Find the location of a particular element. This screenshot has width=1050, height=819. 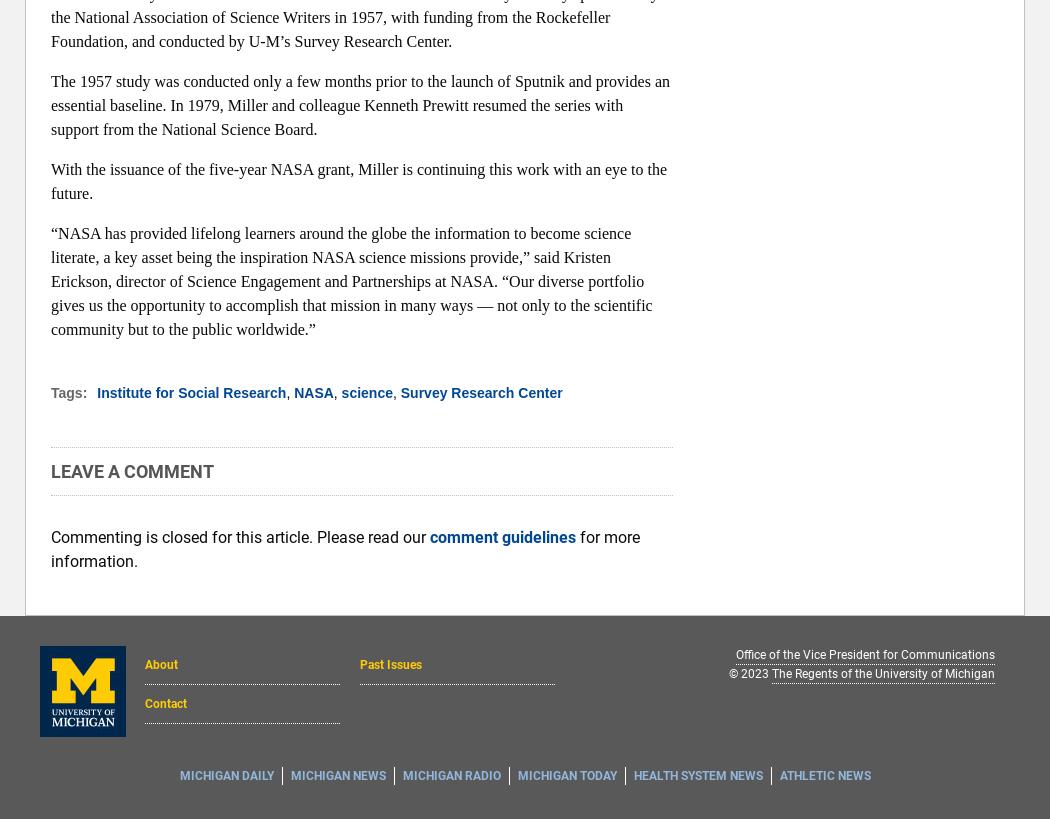

'Michigan Daily' is located at coordinates (225, 776).